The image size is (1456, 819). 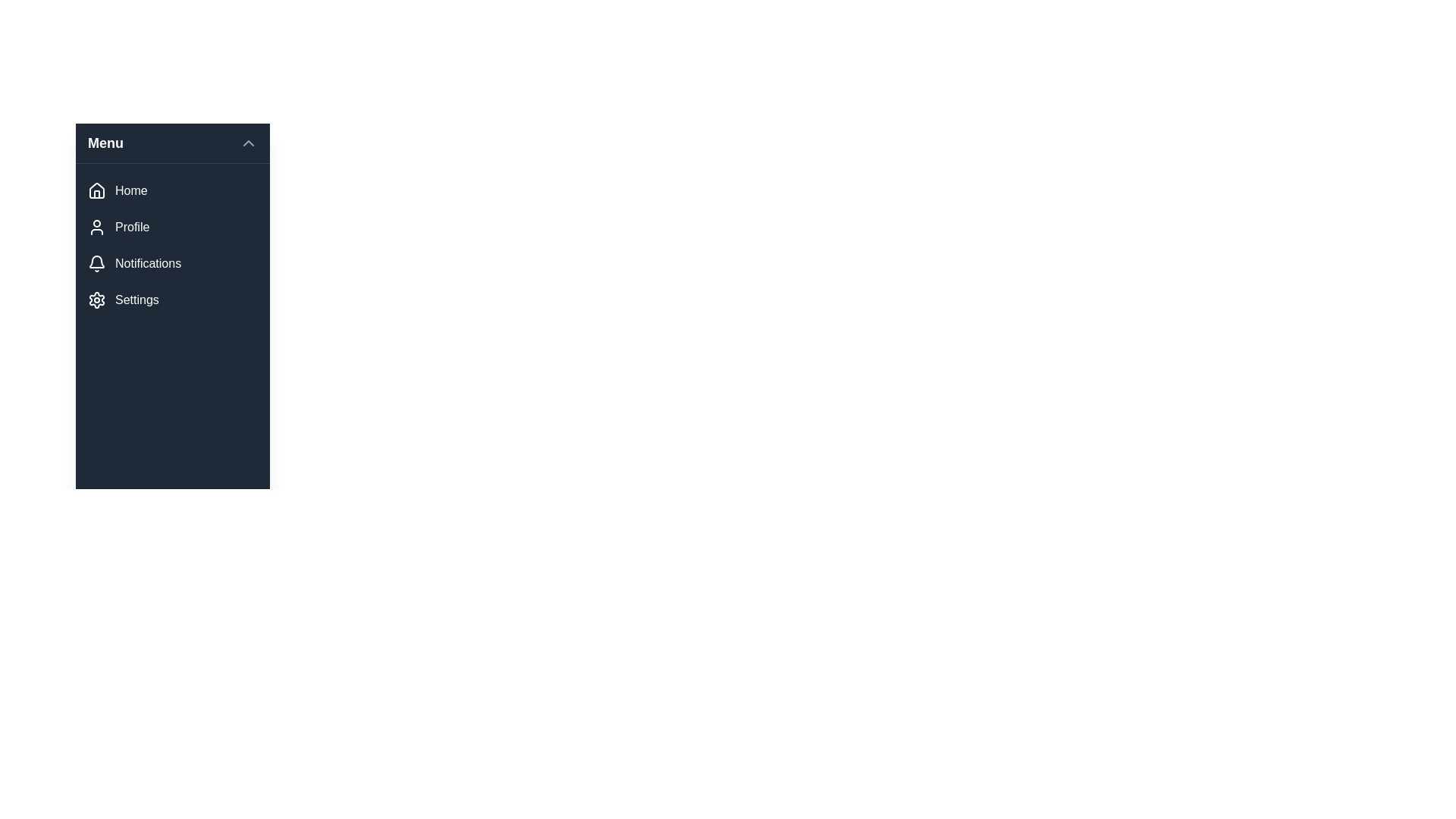 I want to click on the button in the top-right corner of the menu header, so click(x=248, y=143).